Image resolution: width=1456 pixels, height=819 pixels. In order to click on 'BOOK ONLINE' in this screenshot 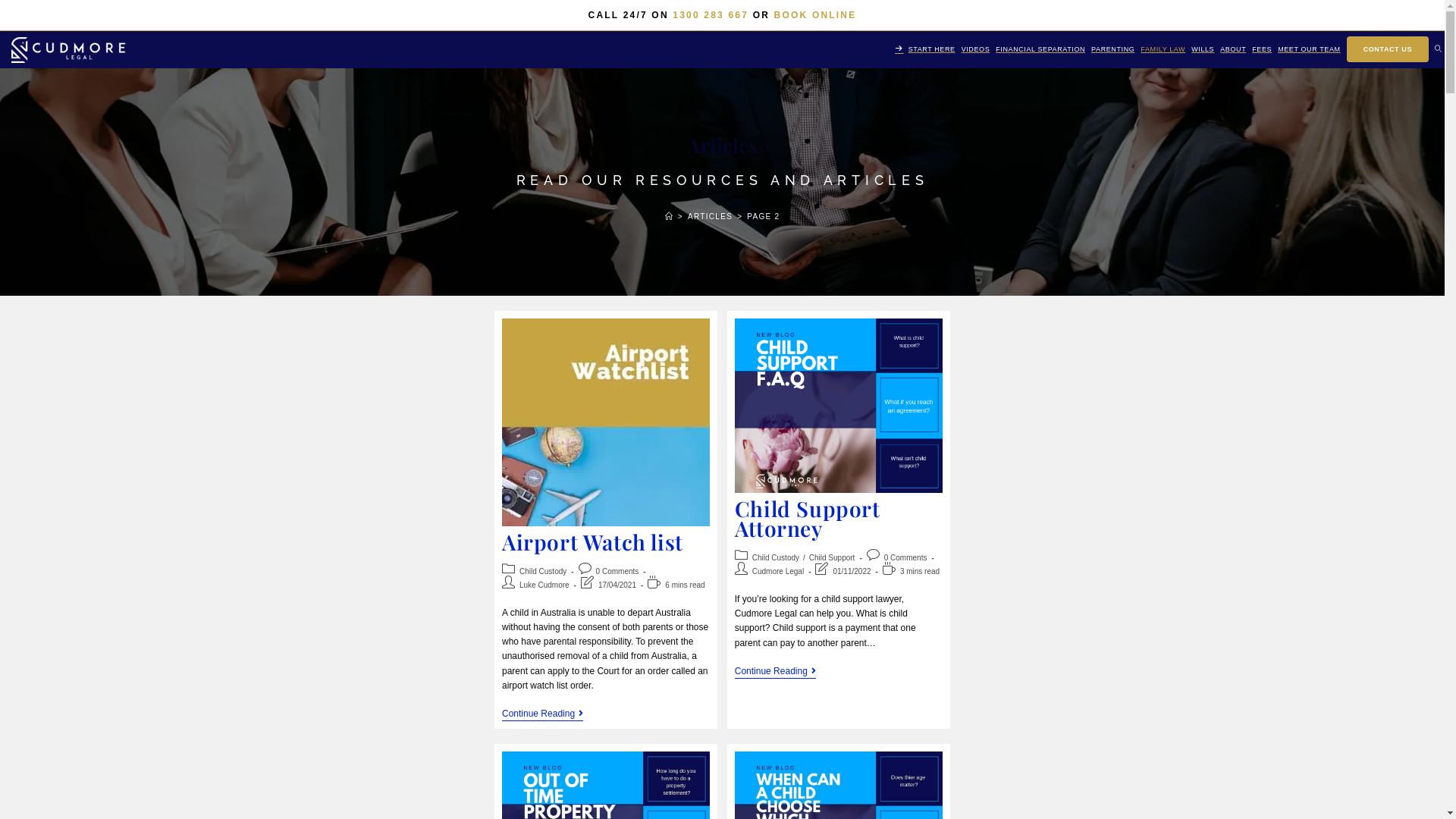, I will do `click(814, 14)`.